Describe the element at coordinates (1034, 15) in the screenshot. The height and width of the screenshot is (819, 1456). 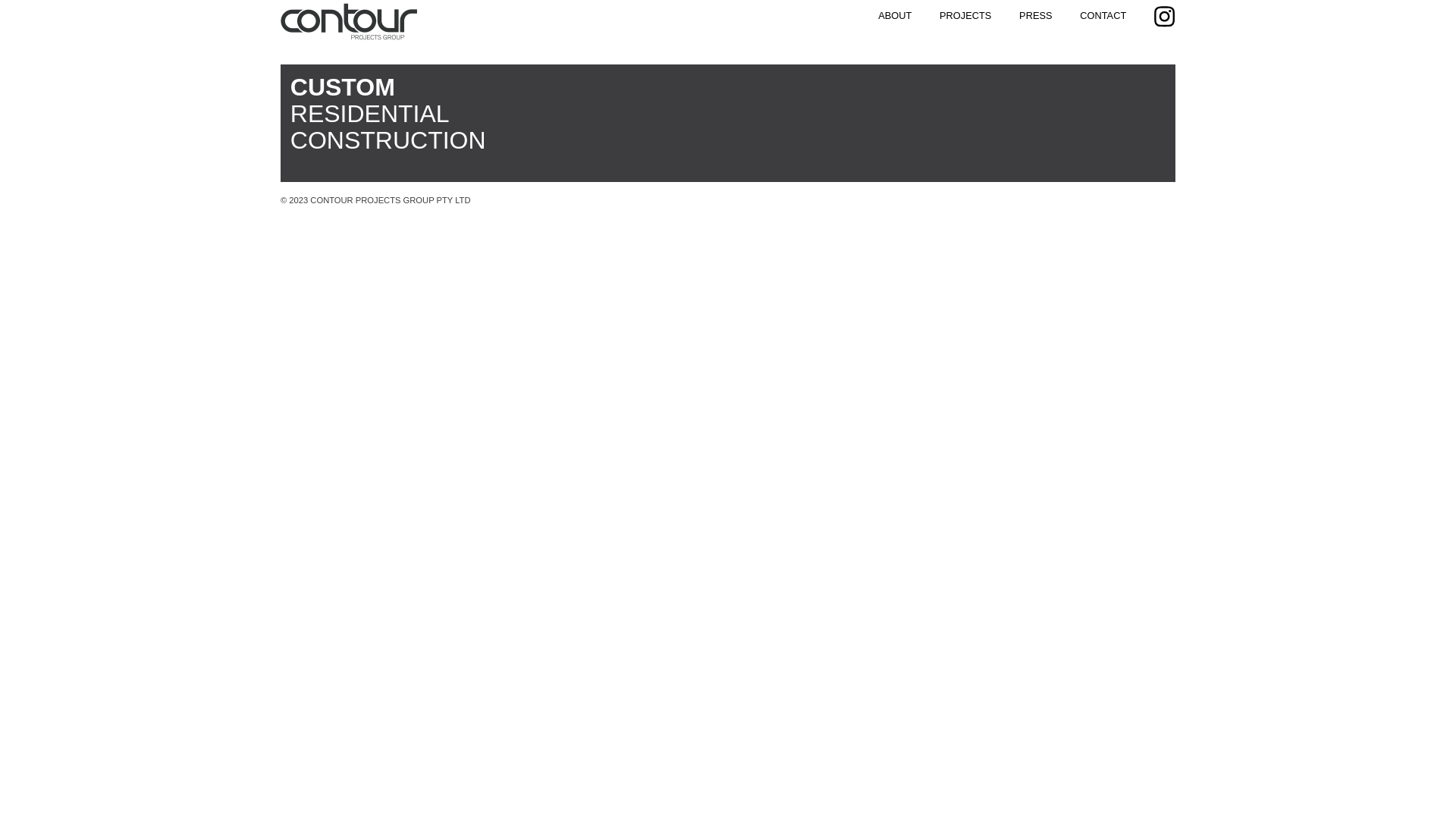
I see `'PRESS'` at that location.